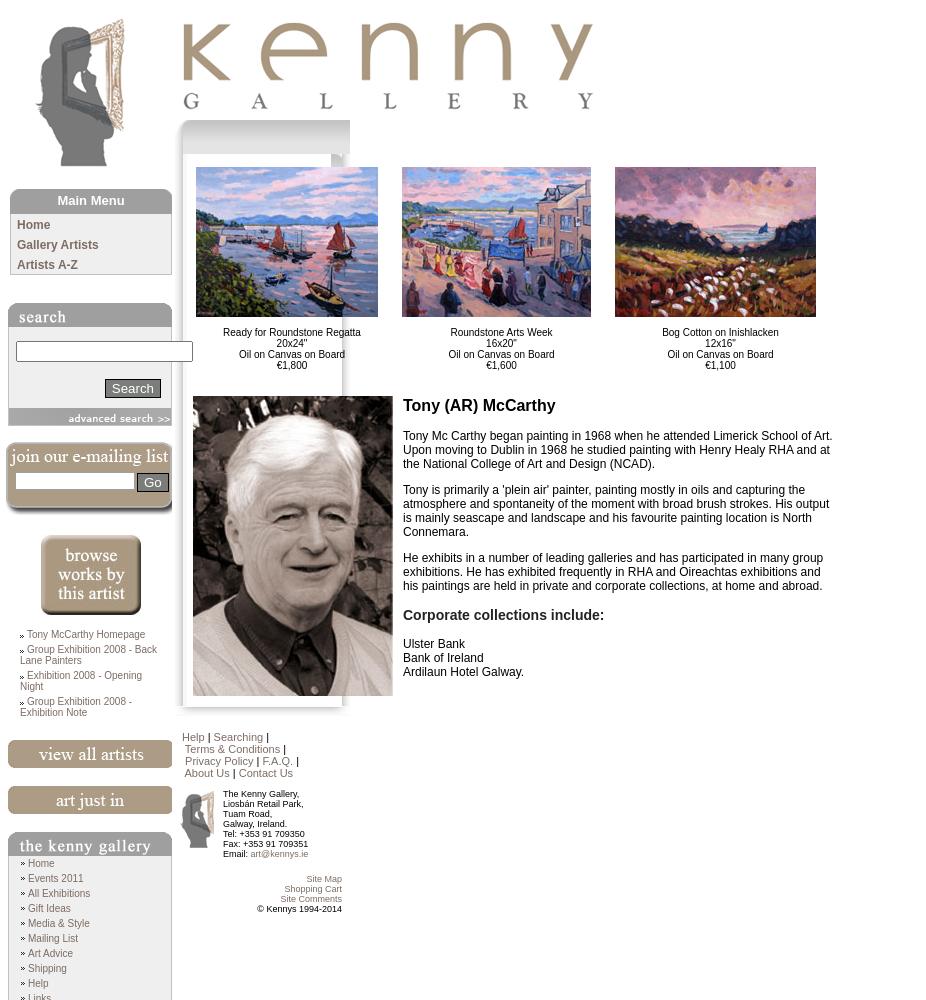  I want to click on 'Group Exhibition 2008 - Back Lane Painters', so click(19, 655).